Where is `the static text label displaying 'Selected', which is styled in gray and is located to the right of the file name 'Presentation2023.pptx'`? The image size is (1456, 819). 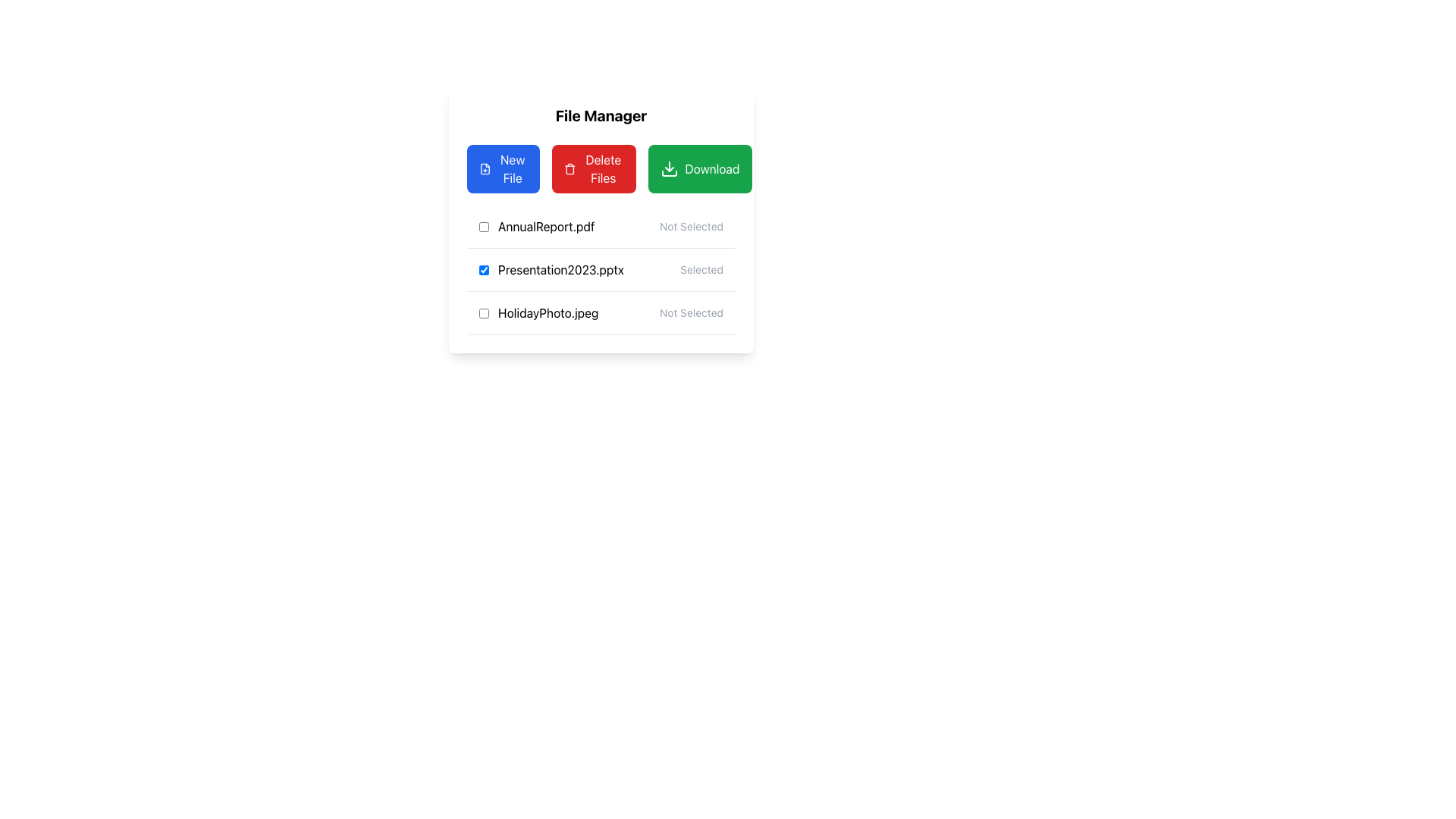
the static text label displaying 'Selected', which is styled in gray and is located to the right of the file name 'Presentation2023.pptx' is located at coordinates (701, 268).